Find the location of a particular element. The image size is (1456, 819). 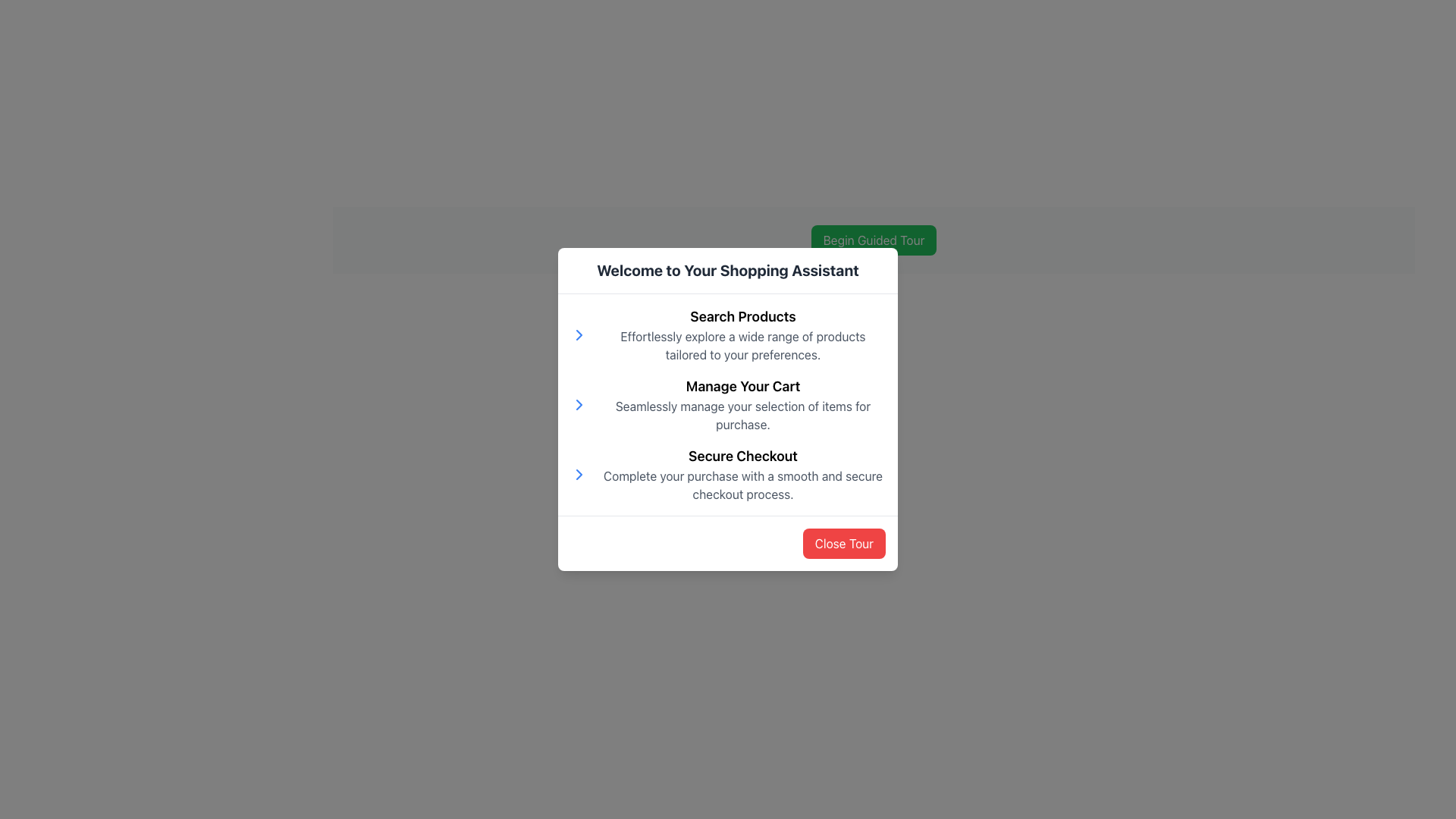

the guided tour button located at the top-center of the dialog box is located at coordinates (874, 239).